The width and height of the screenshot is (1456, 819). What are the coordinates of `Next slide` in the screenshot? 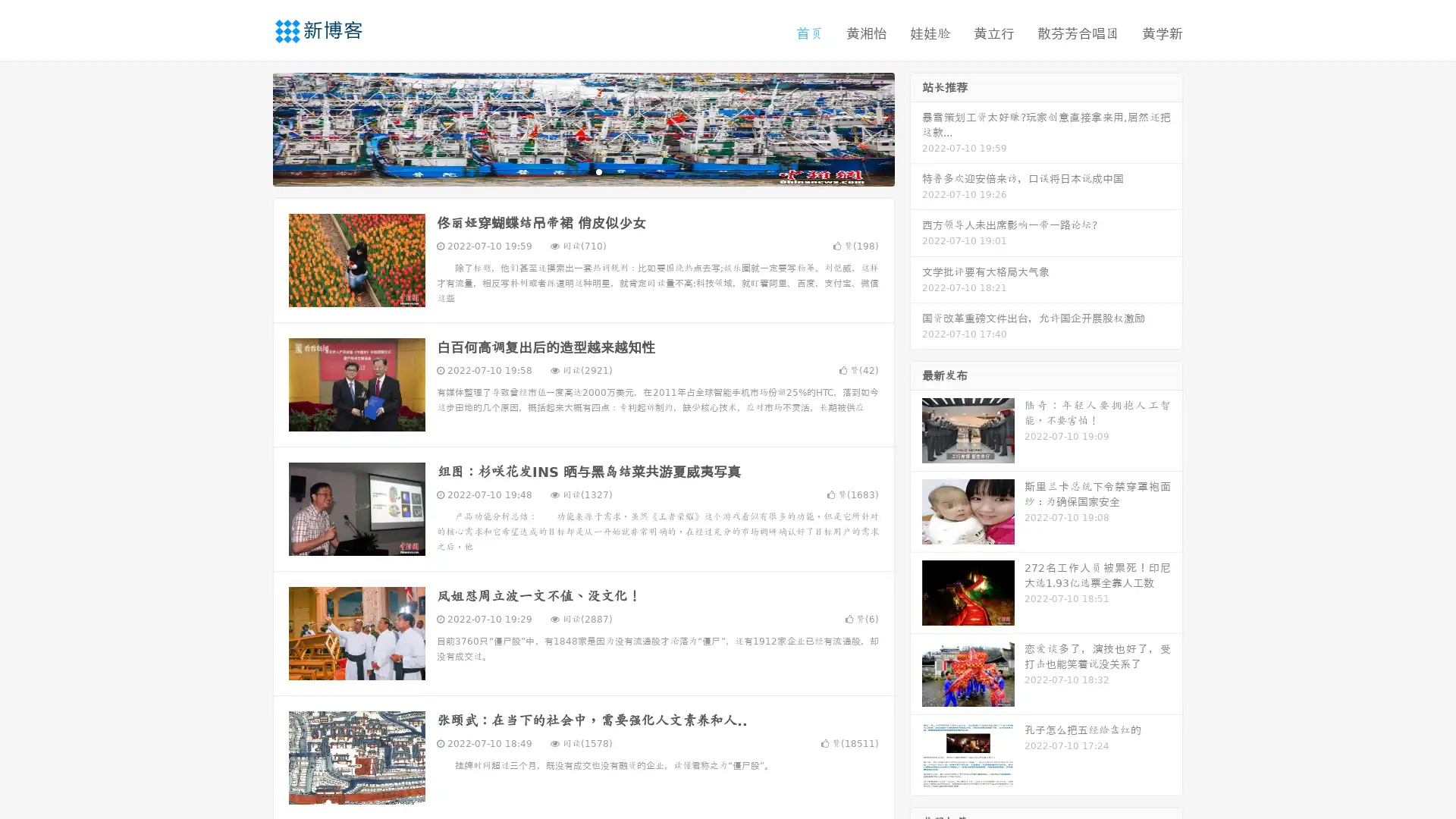 It's located at (916, 127).